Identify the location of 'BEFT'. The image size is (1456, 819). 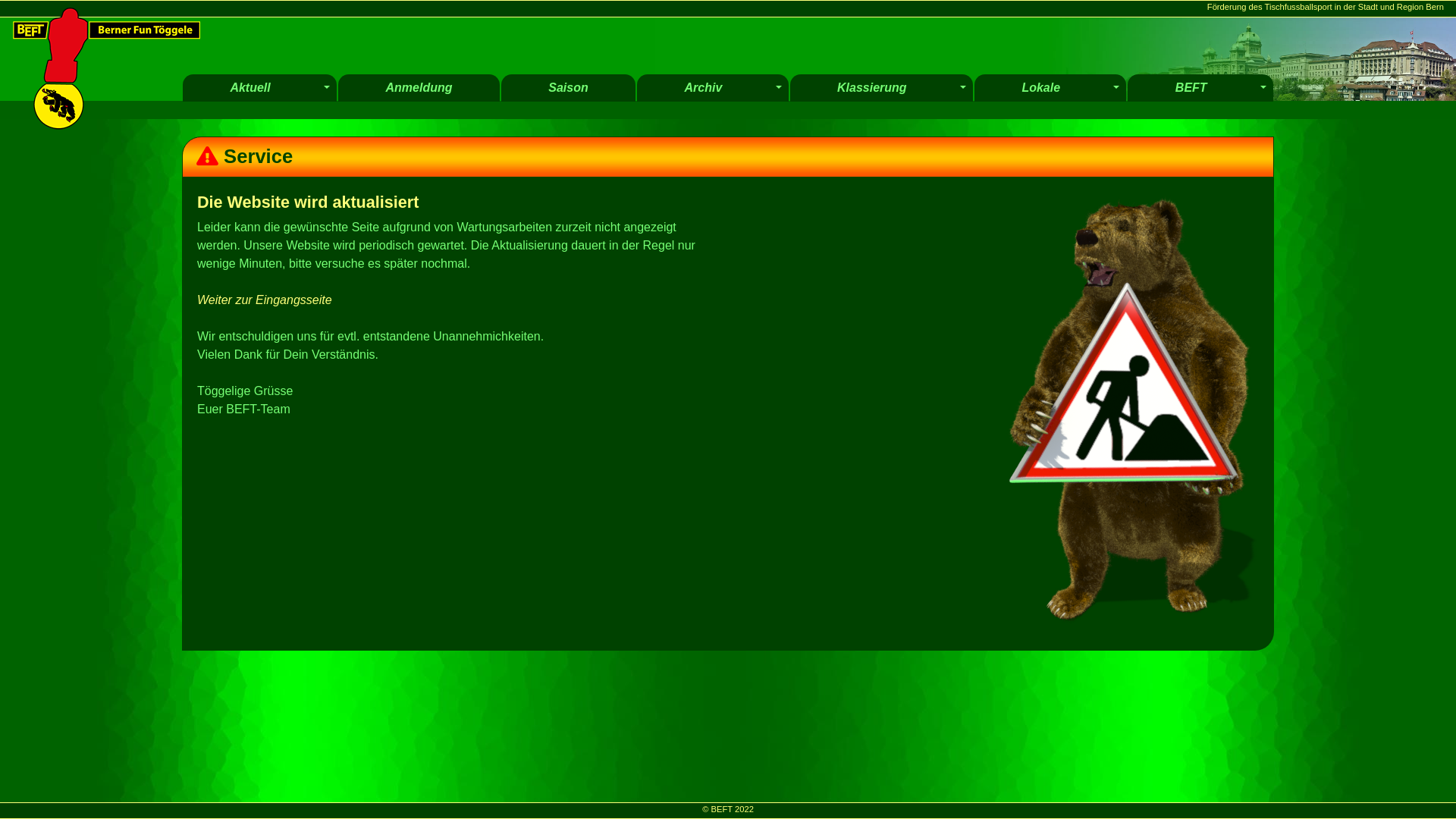
(1190, 87).